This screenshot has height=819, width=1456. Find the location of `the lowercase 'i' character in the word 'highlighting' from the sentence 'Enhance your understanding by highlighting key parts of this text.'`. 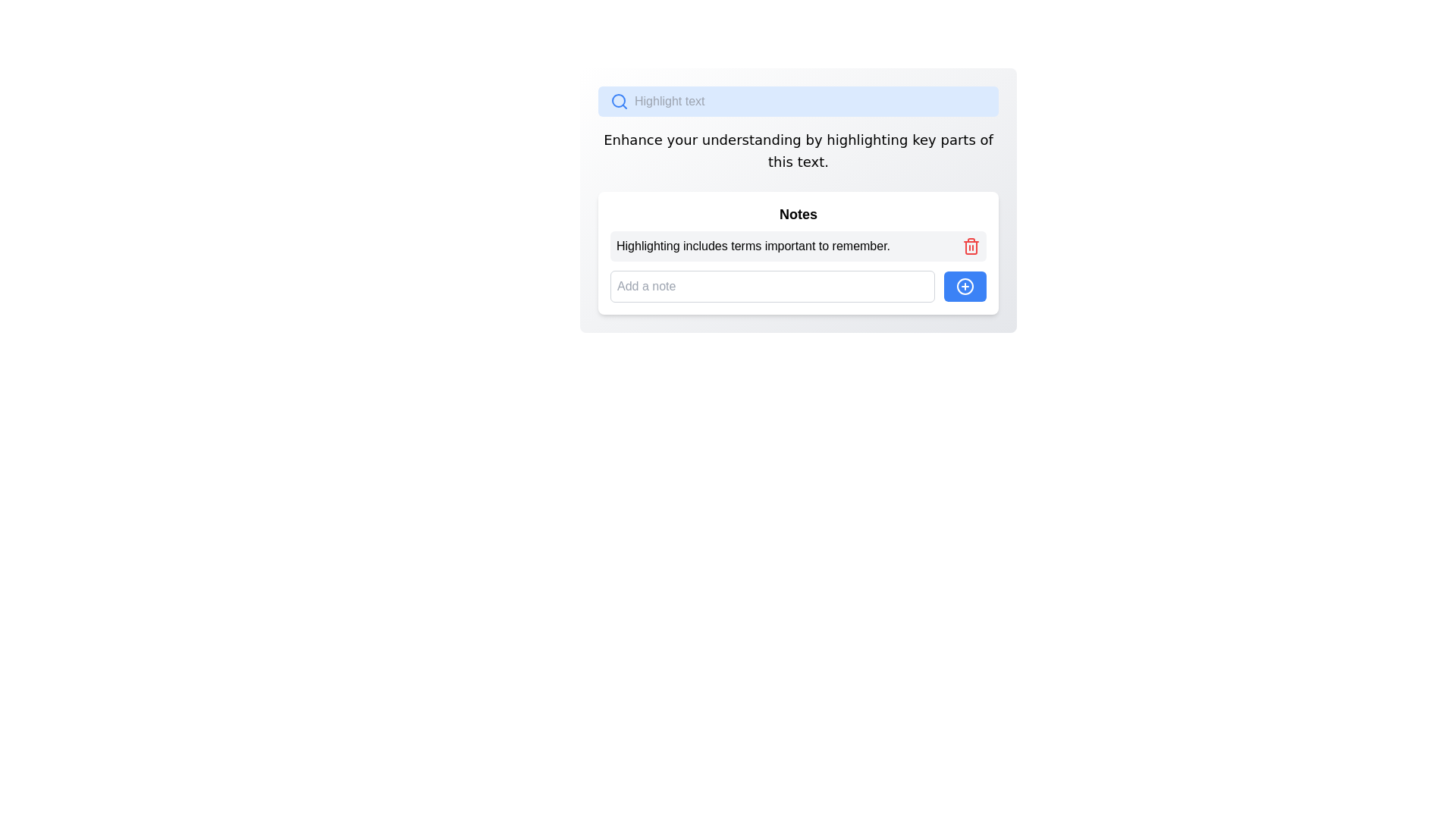

the lowercase 'i' character in the word 'highlighting' from the sentence 'Enhance your understanding by highlighting key parts of this text.' is located at coordinates (836, 140).